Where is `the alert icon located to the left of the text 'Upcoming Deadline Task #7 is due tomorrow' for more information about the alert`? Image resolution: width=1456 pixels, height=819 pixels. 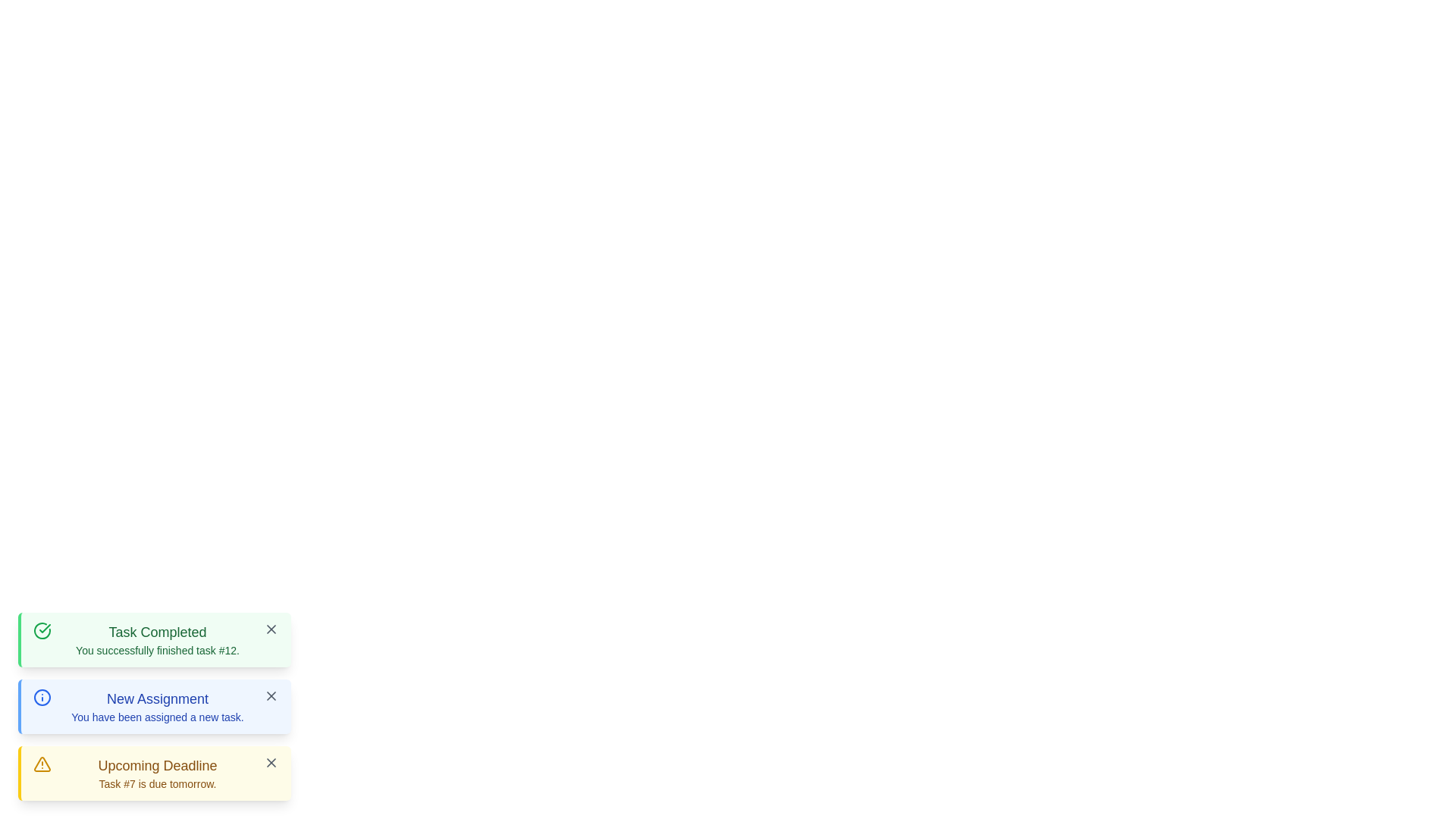
the alert icon located to the left of the text 'Upcoming Deadline Task #7 is due tomorrow' for more information about the alert is located at coordinates (42, 764).